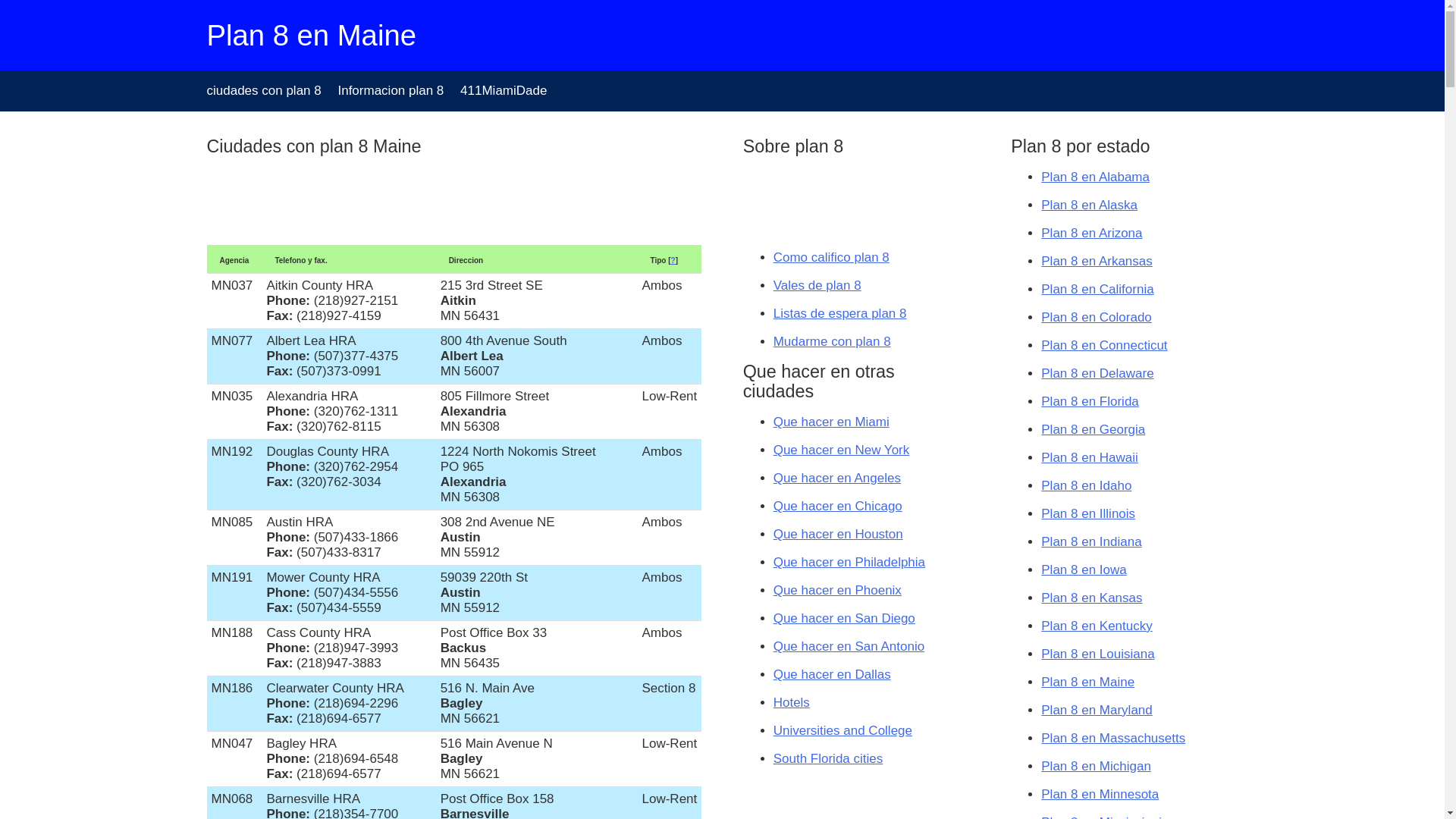 The image size is (1456, 819). Describe the element at coordinates (1103, 345) in the screenshot. I see `'Plan 8 en Connecticut'` at that location.